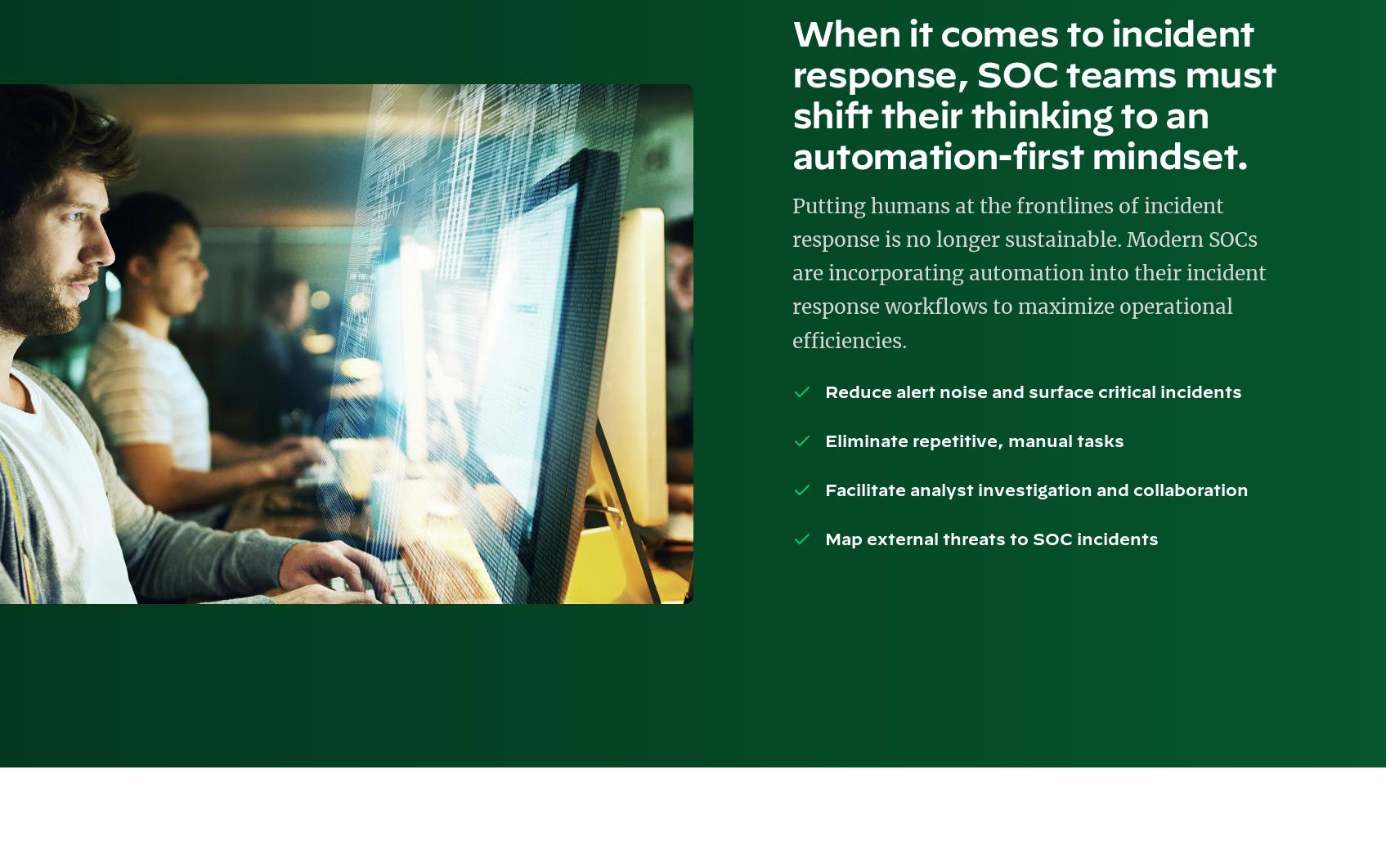  What do you see at coordinates (110, 151) in the screenshot?
I see `'Communities'` at bounding box center [110, 151].